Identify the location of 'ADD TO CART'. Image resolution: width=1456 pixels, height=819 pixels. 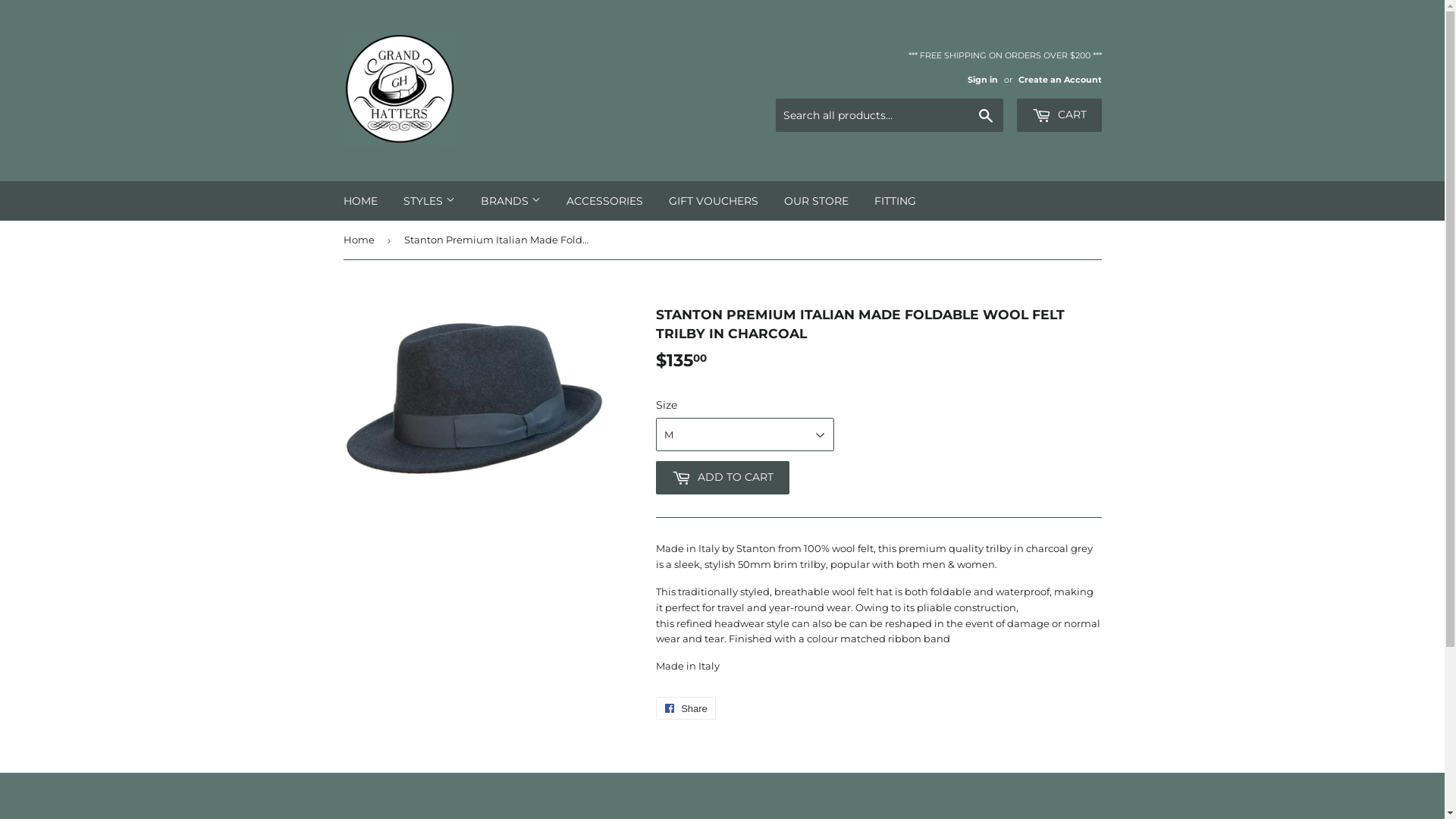
(720, 476).